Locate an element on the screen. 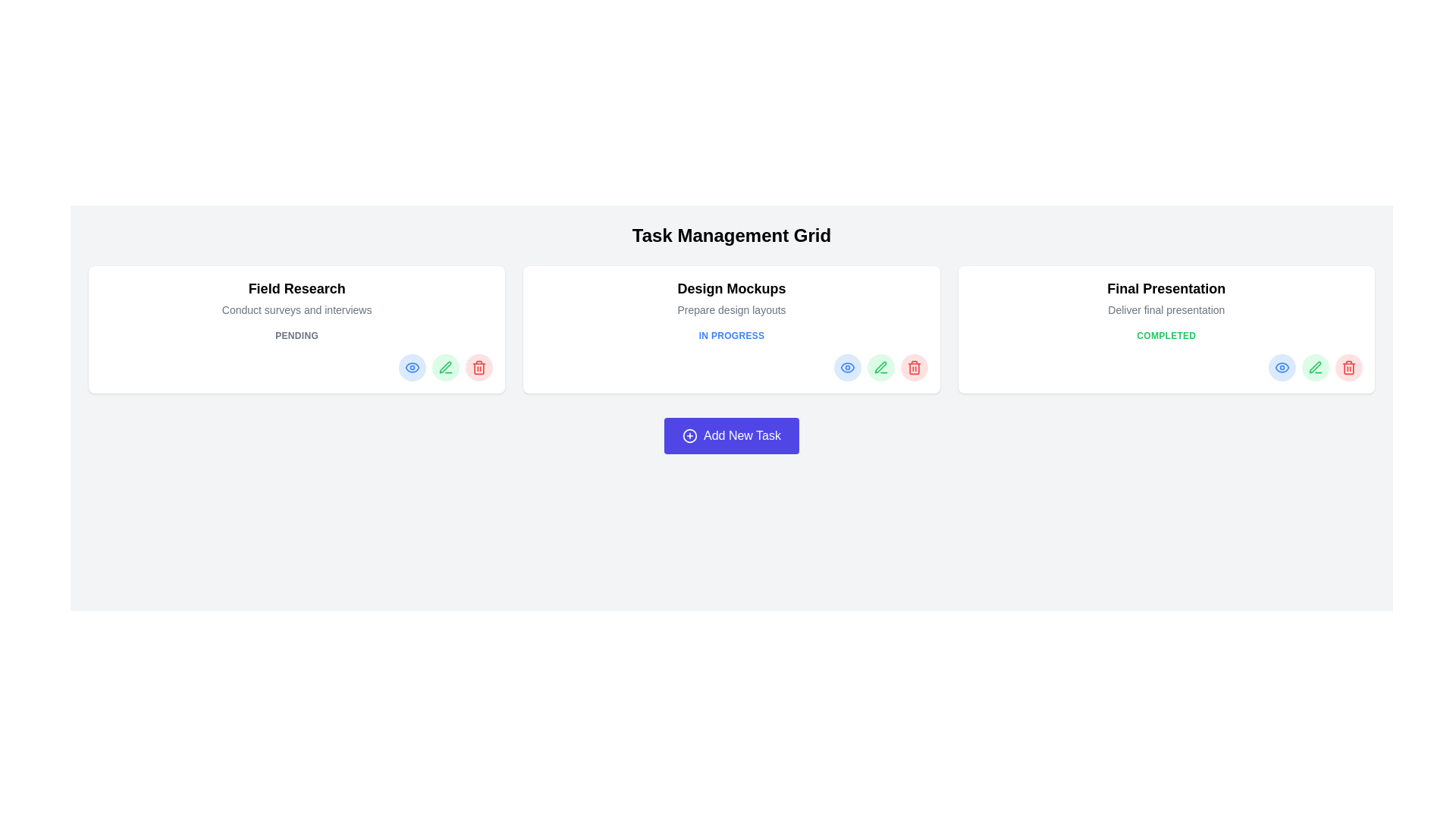  the text label providing information about the 'Field Research' task, which is located directly below the title 'Field Research' and above the task status indication is located at coordinates (297, 309).